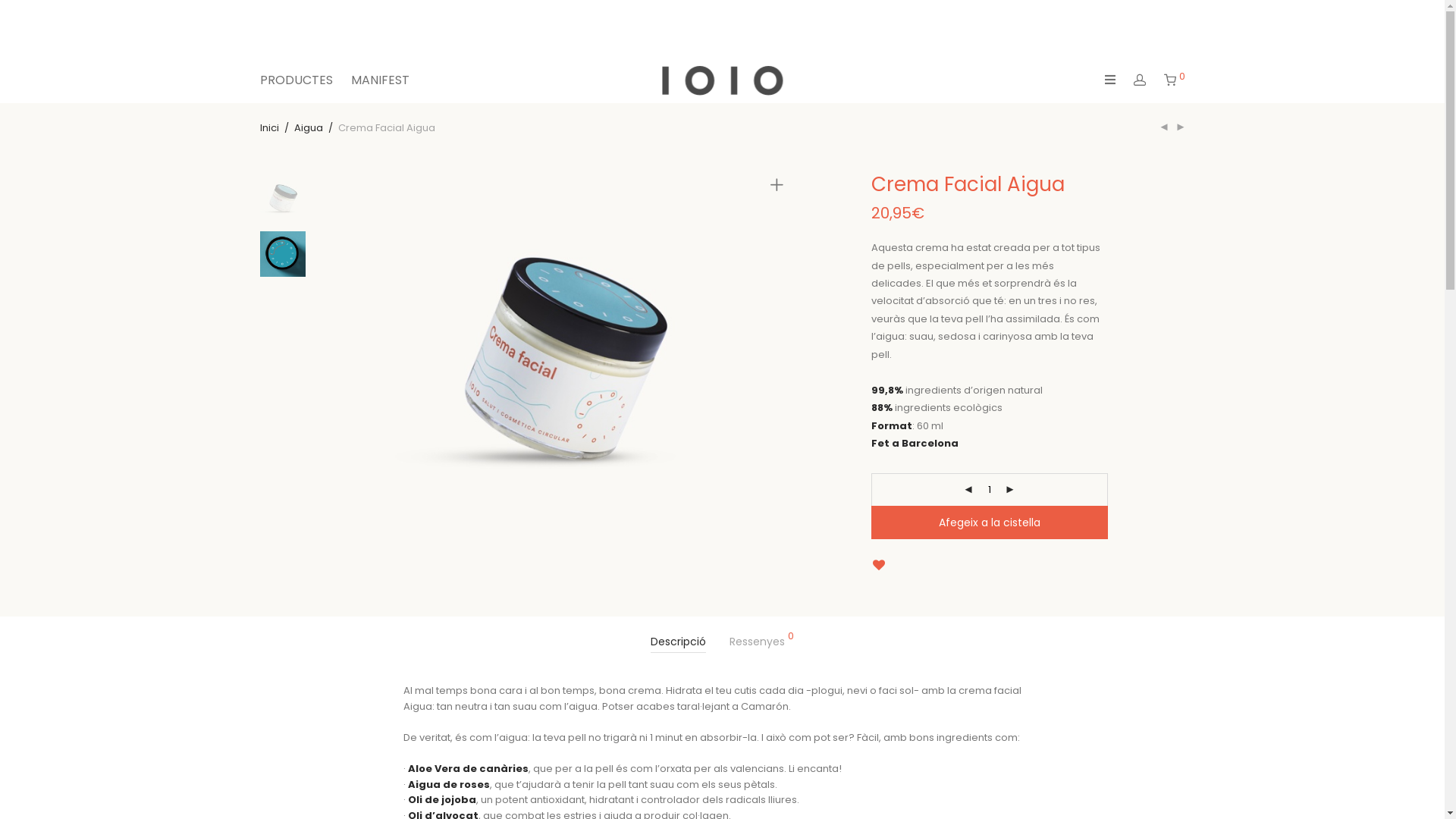  What do you see at coordinates (989, 522) in the screenshot?
I see `'Afegeix a la cistella'` at bounding box center [989, 522].